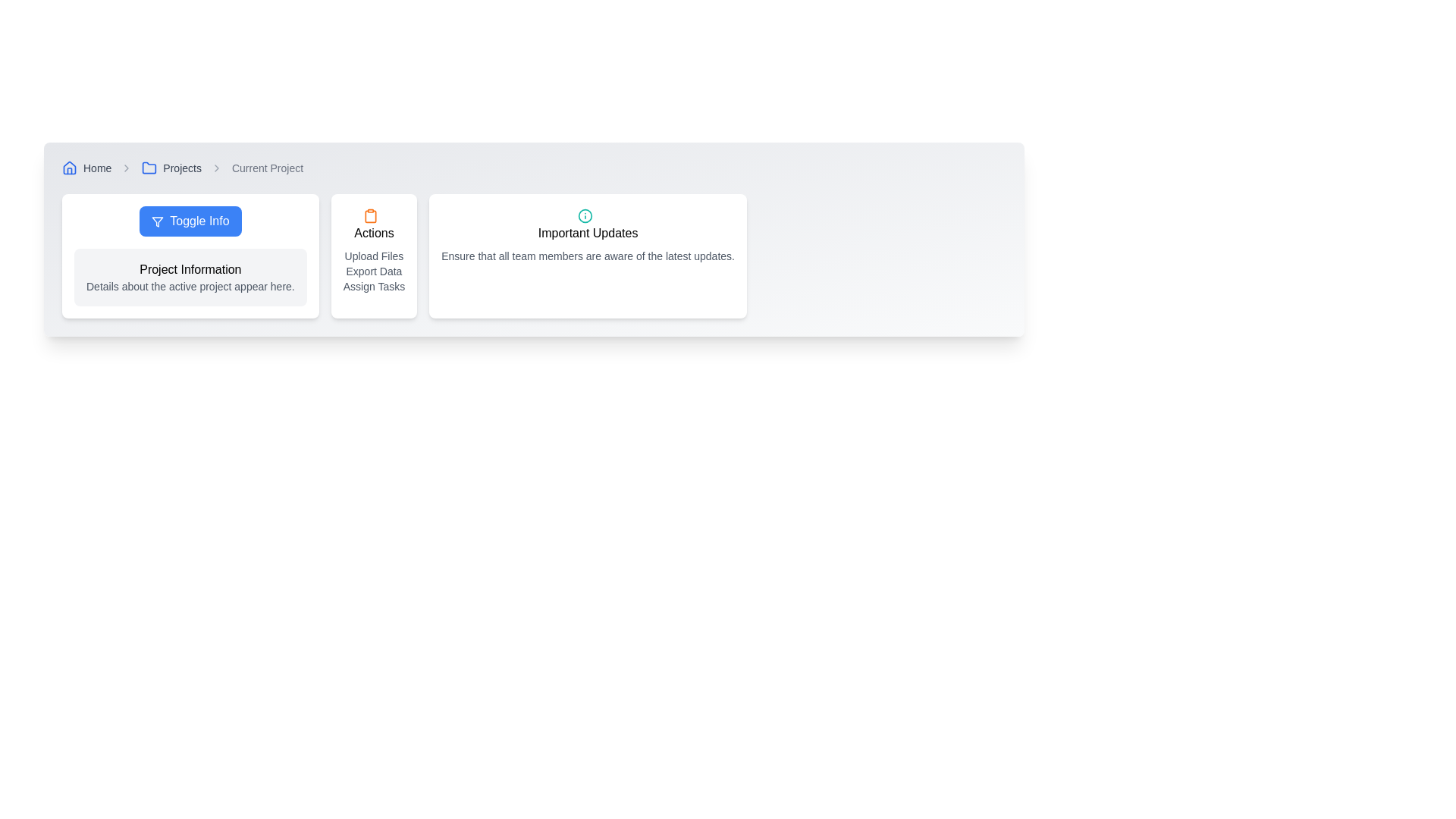  I want to click on the orange clipboard icon with rounded features located to the left of the text 'Actions' in the 'Actions' card group, so click(371, 215).